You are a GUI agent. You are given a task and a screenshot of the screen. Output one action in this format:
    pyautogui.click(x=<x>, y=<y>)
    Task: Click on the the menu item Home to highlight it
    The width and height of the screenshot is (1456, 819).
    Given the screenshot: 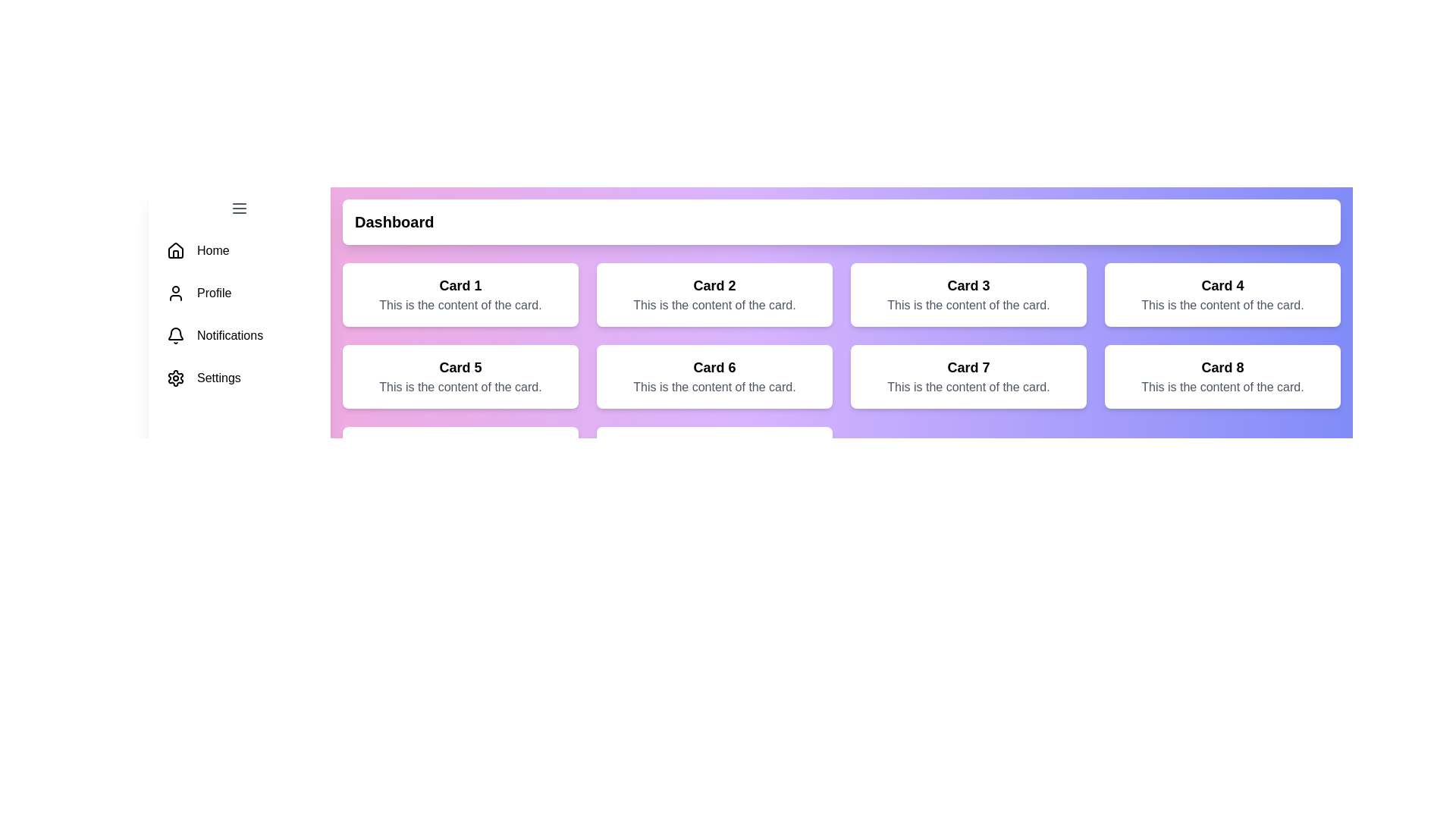 What is the action you would take?
    pyautogui.click(x=239, y=250)
    